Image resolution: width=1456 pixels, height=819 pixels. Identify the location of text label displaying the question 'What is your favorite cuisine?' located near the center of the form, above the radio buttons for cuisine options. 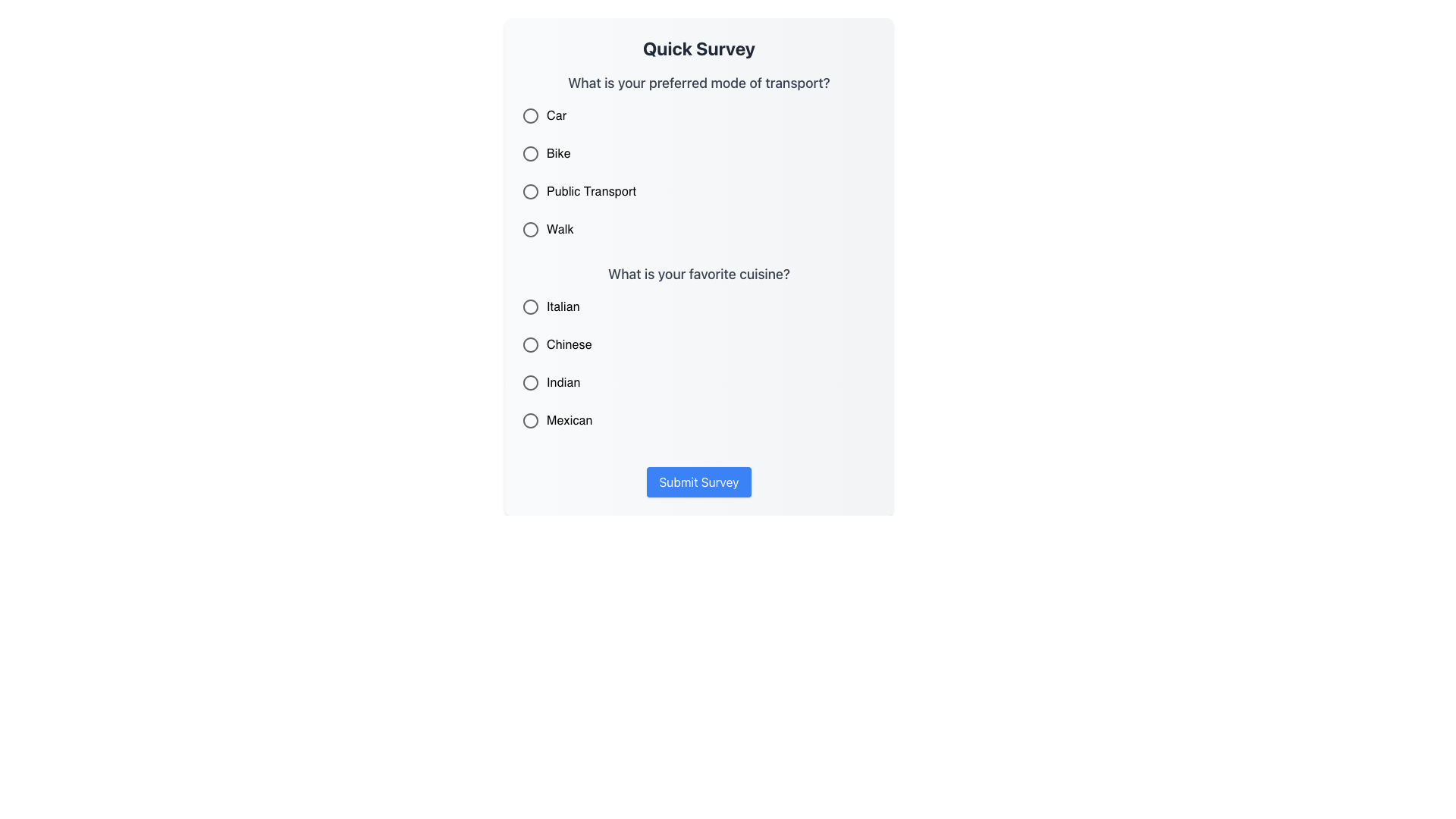
(698, 275).